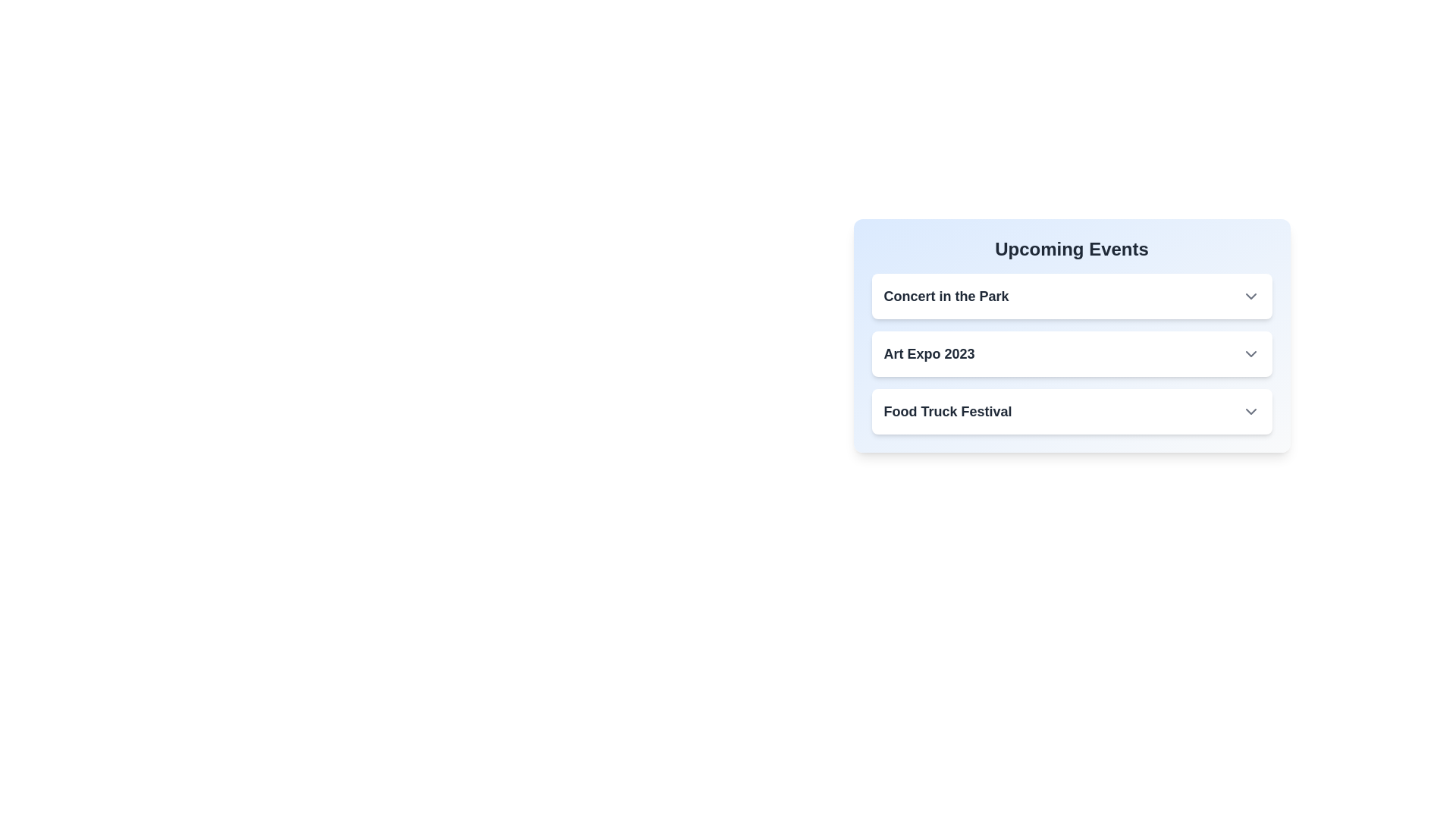 This screenshot has height=819, width=1456. I want to click on the toggle button for Art Expo 2023 to expand or collapse its details, so click(1250, 353).